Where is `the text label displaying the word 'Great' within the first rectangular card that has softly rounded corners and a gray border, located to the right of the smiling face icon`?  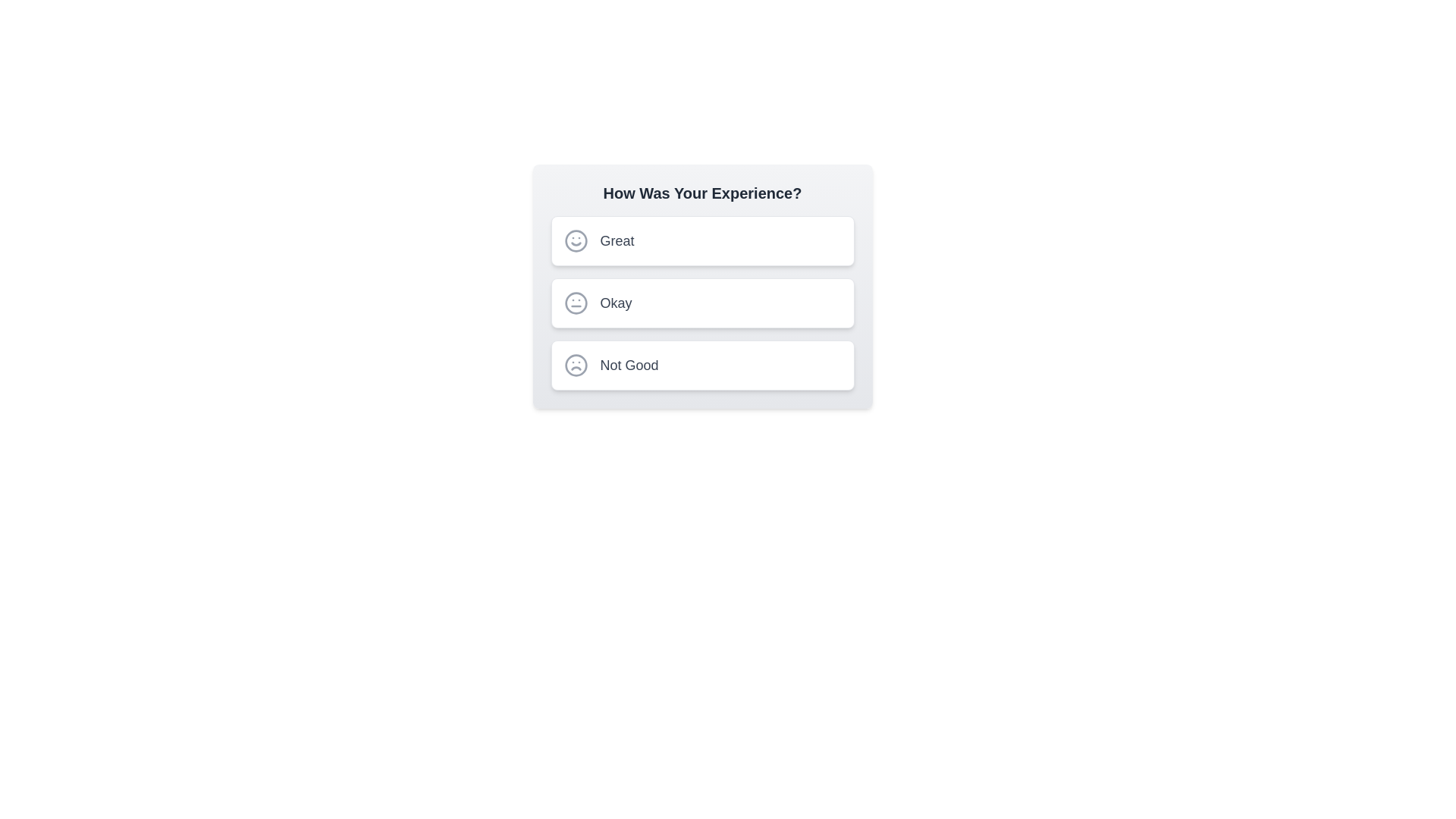
the text label displaying the word 'Great' within the first rectangular card that has softly rounded corners and a gray border, located to the right of the smiling face icon is located at coordinates (617, 240).